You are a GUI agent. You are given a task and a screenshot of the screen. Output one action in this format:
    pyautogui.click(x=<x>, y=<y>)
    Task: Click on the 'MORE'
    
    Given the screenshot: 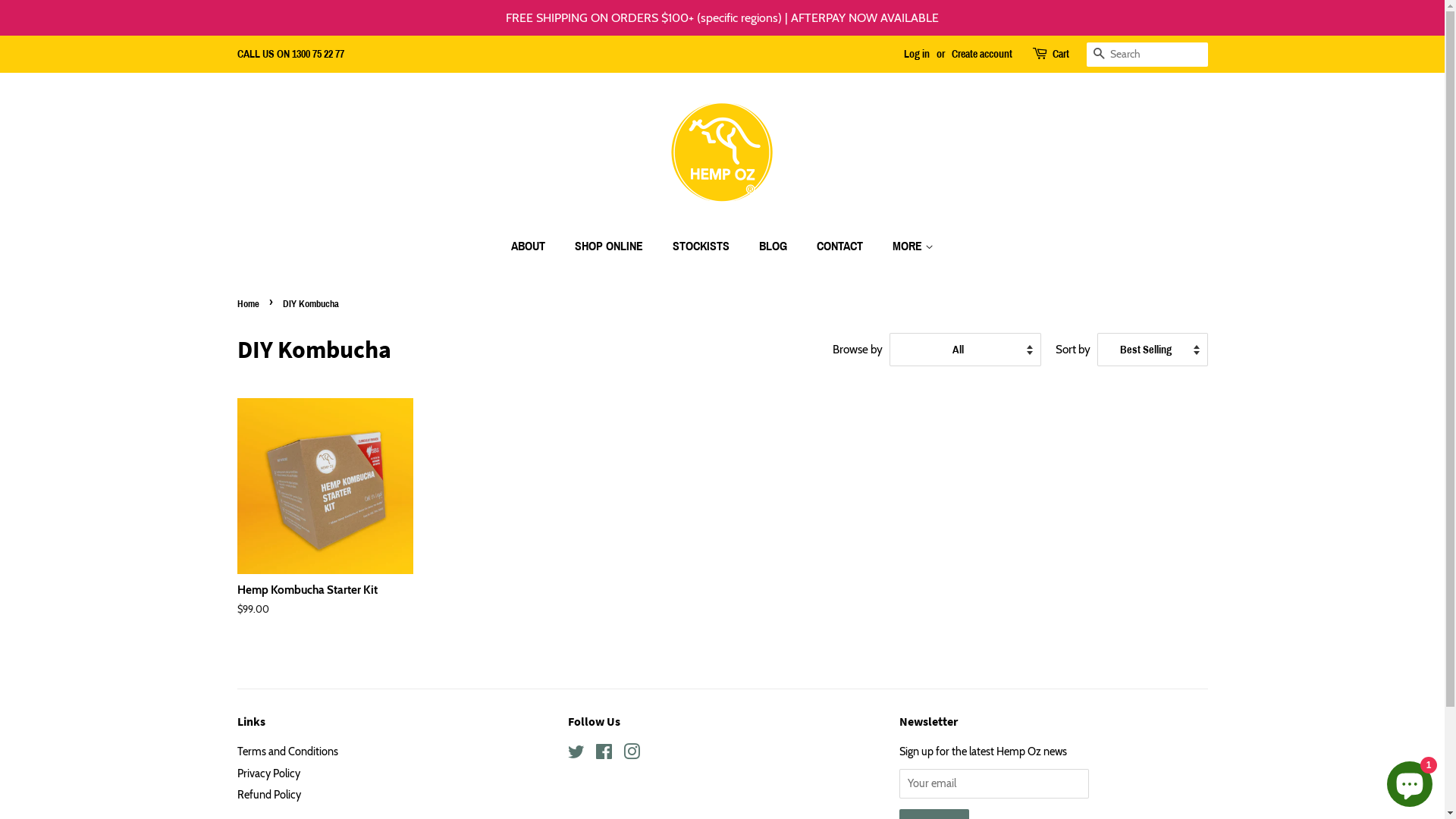 What is the action you would take?
    pyautogui.click(x=880, y=245)
    